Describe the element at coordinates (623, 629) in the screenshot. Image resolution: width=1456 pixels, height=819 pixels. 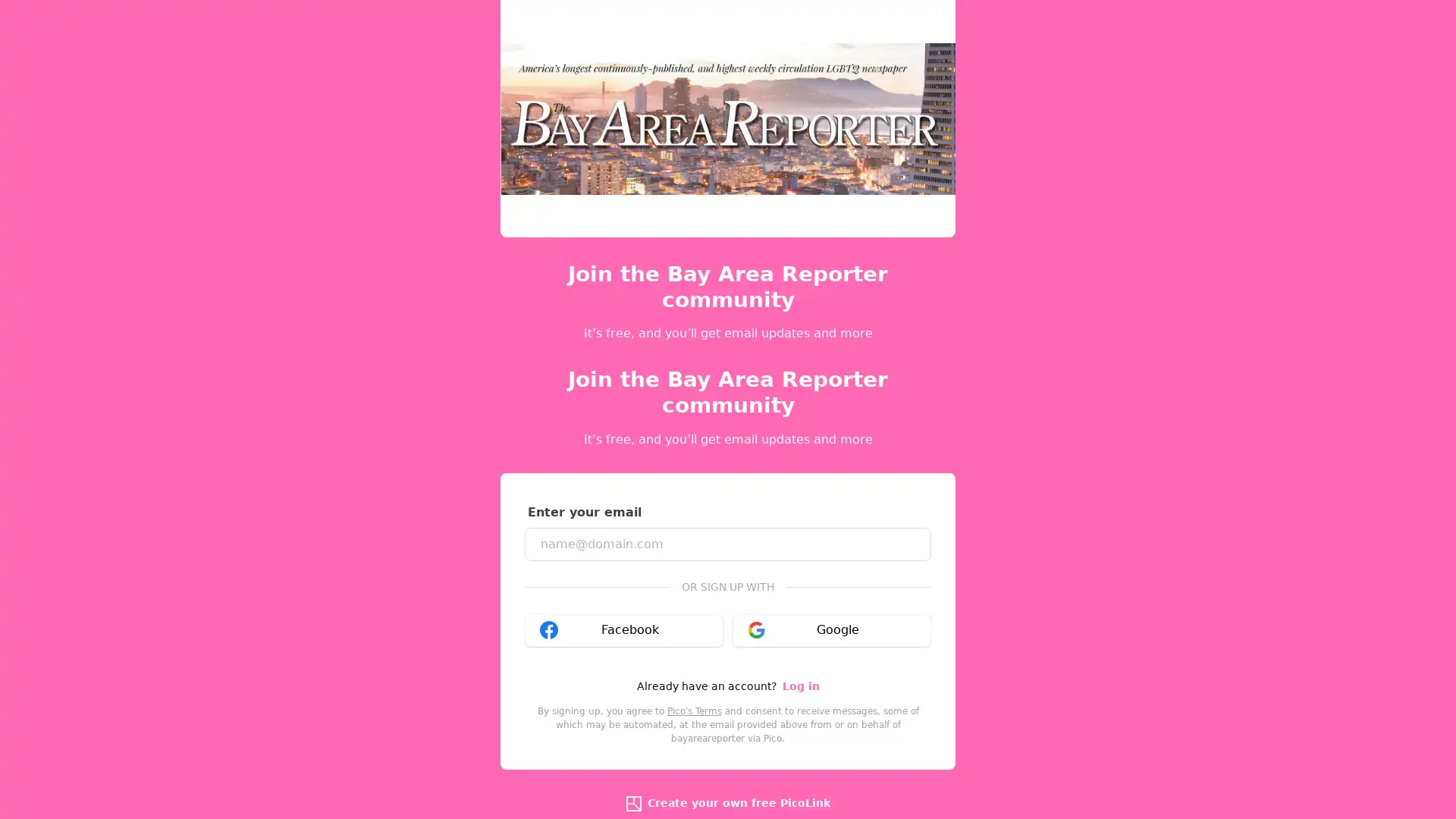
I see `Facebook` at that location.